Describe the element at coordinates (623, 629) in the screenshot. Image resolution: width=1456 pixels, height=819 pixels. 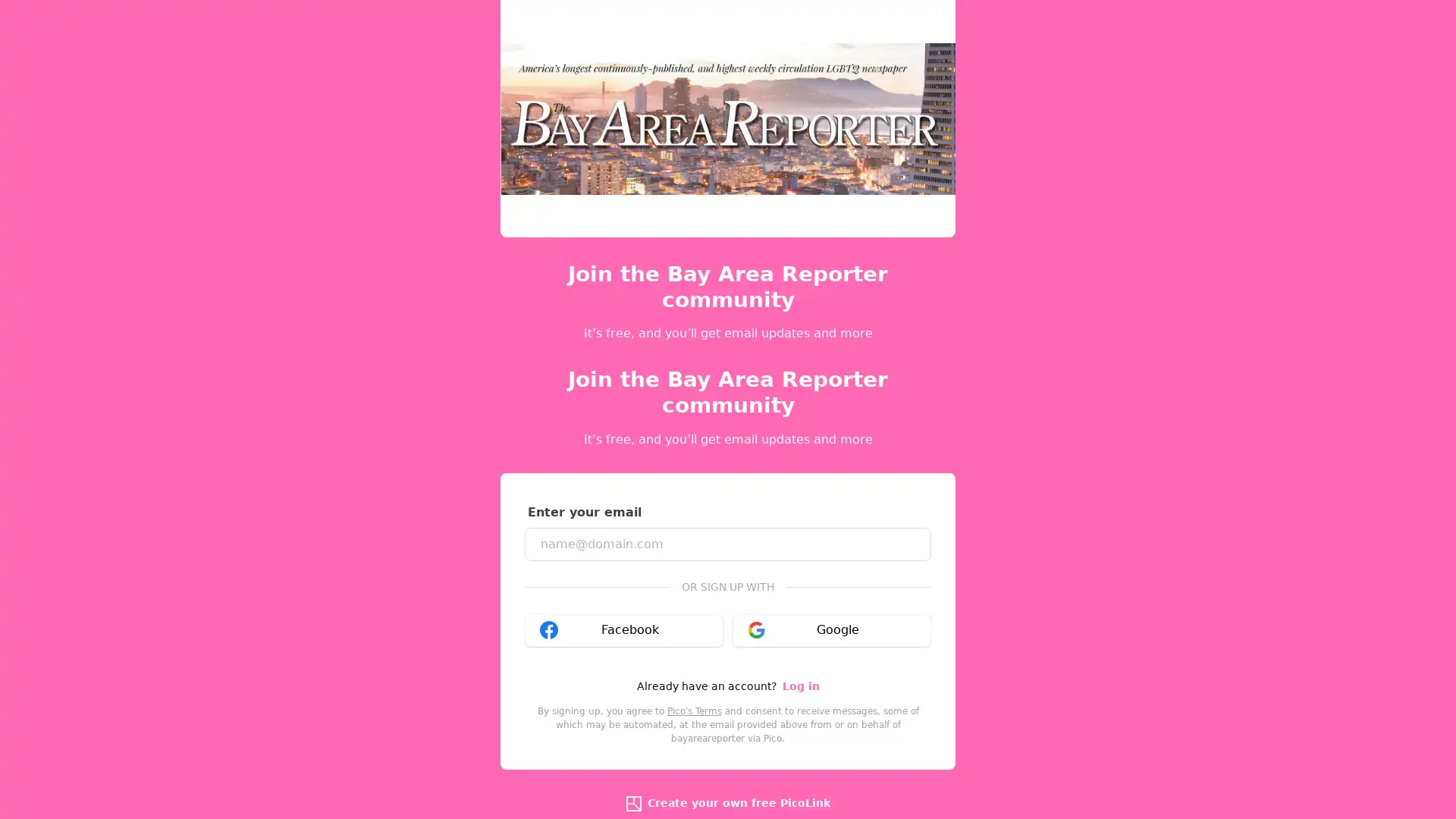
I see `Facebook` at that location.